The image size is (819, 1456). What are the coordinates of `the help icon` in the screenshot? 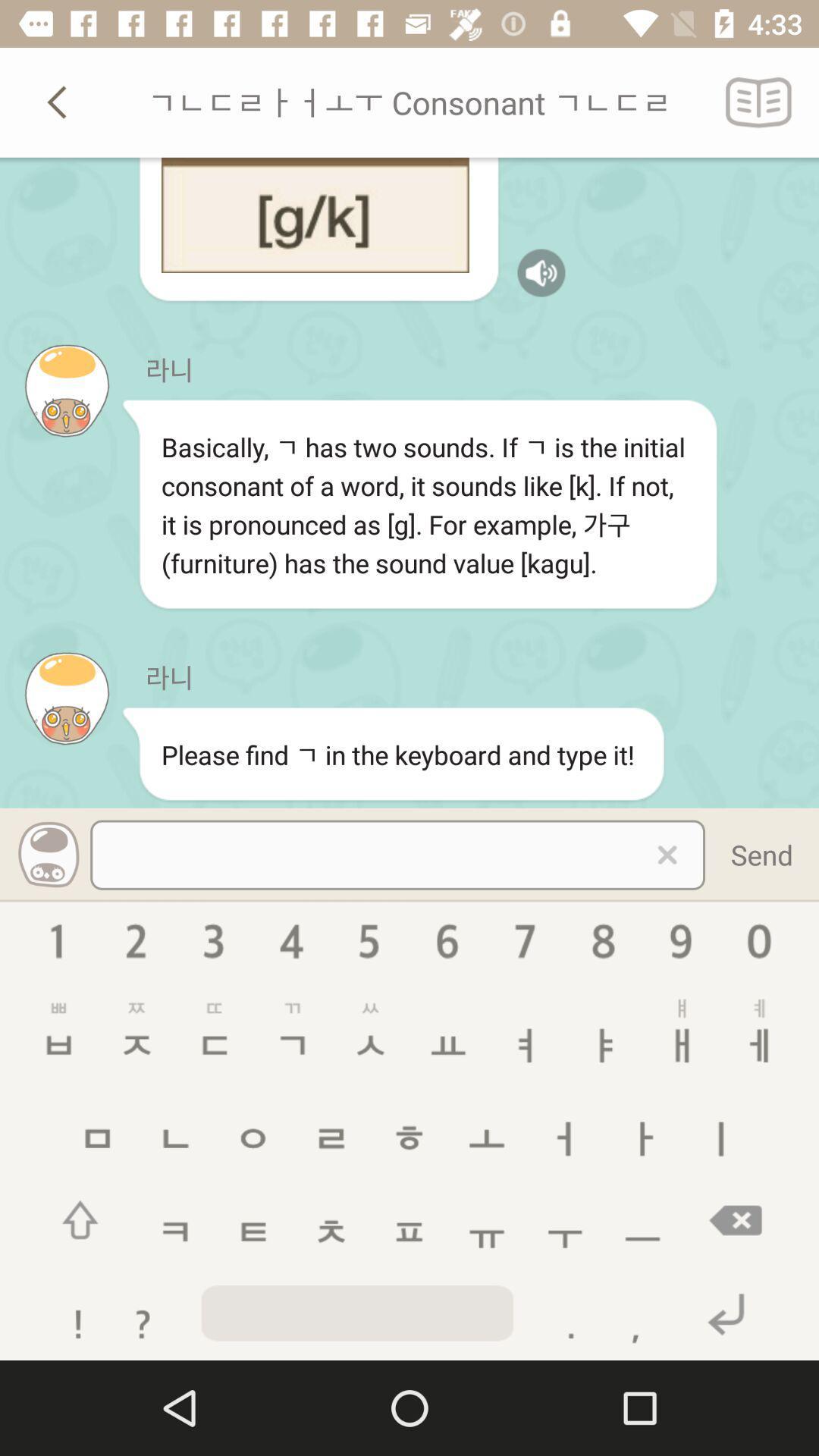 It's located at (143, 1313).